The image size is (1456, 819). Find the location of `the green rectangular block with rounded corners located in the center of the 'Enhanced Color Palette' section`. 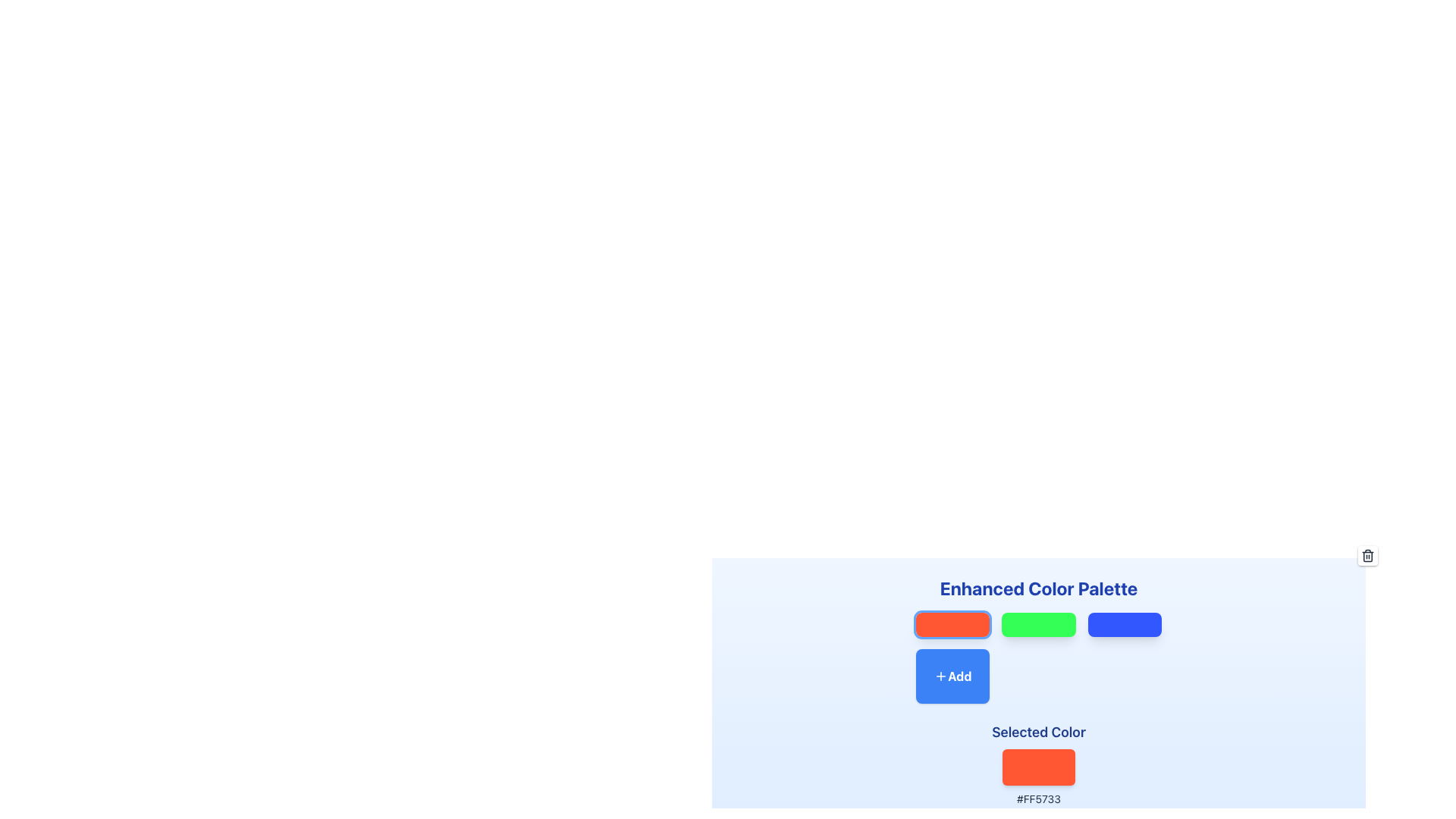

the green rectangular block with rounded corners located in the center of the 'Enhanced Color Palette' section is located at coordinates (1037, 625).